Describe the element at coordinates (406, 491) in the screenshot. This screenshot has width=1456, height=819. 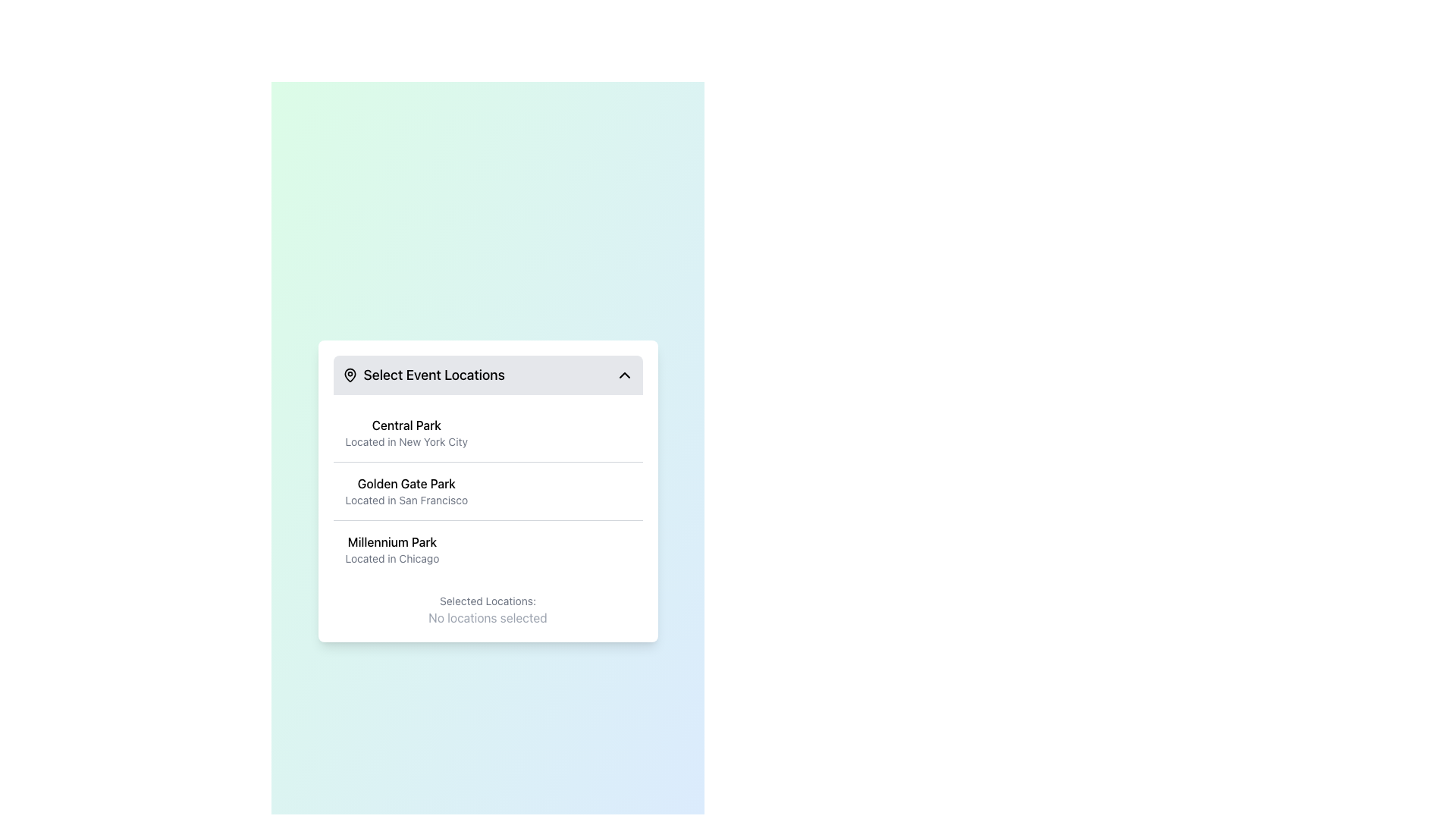
I see `to select the list item for 'Golden Gate Park', which is the second entry in the list of event locations, positioned centrally in the dialog box` at that location.